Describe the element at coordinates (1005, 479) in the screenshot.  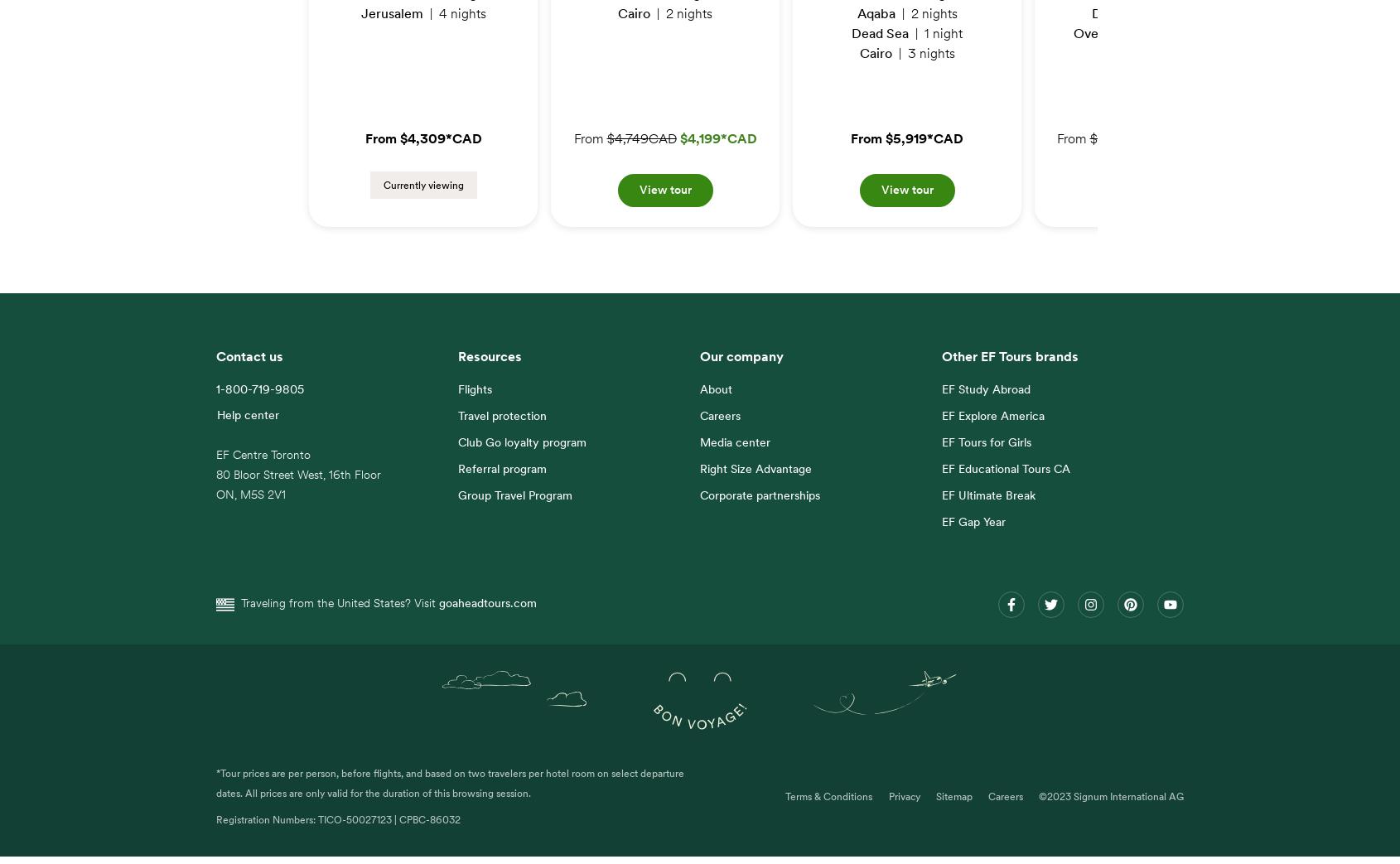
I see `'EF Educational Tours CA'` at that location.